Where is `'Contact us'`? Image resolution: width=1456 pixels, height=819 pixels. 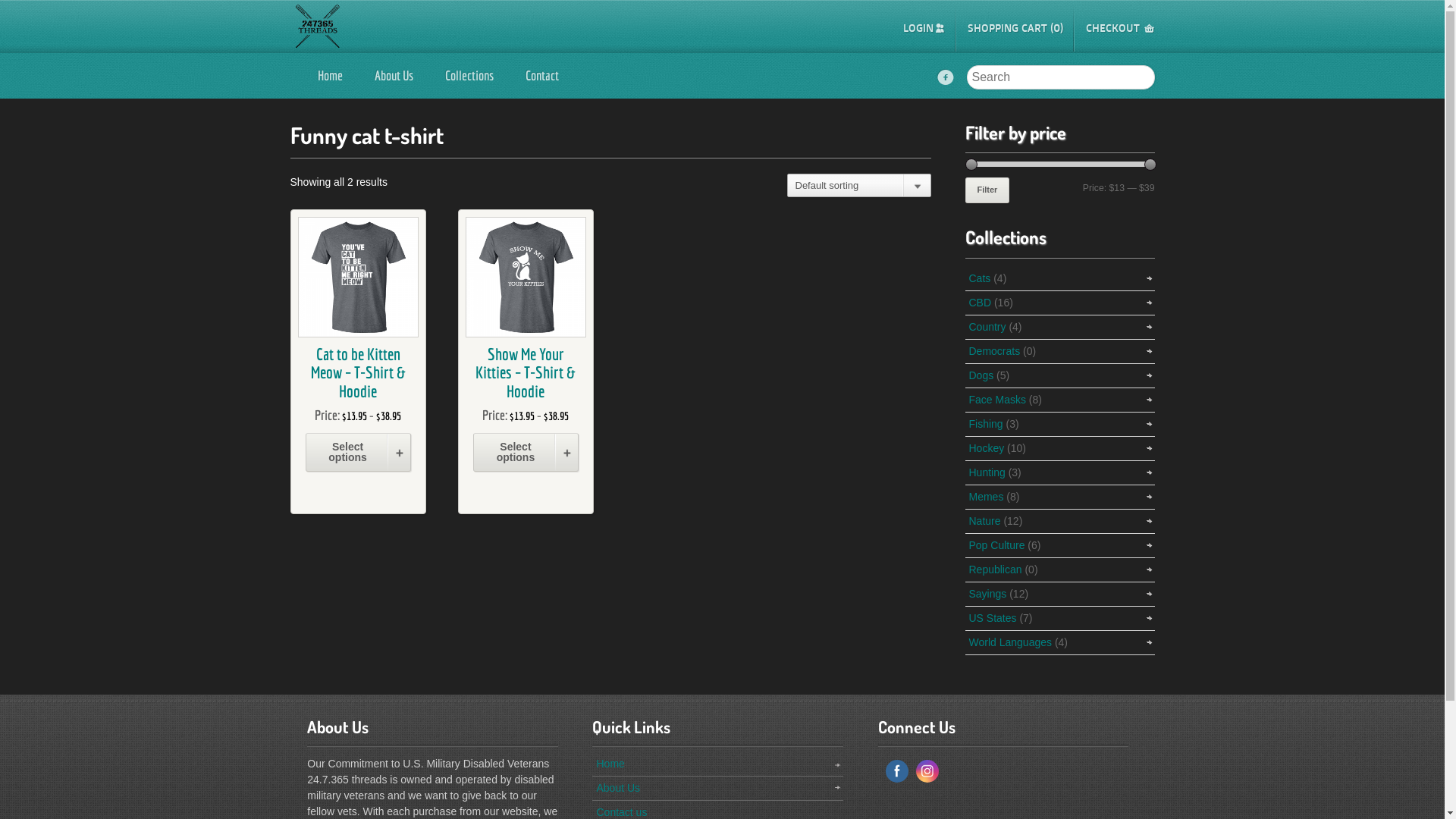
'Contact us' is located at coordinates (621, 811).